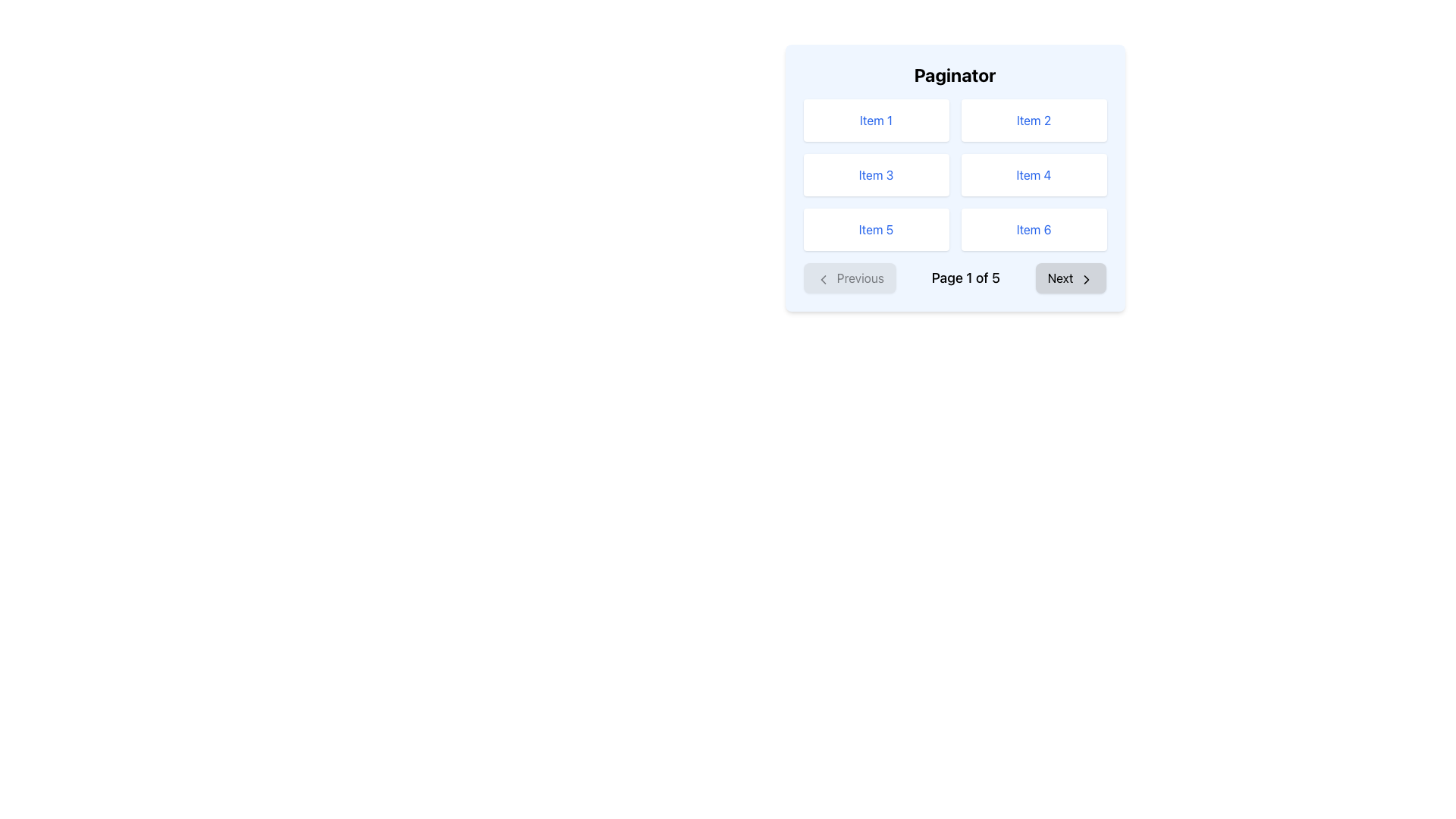  I want to click on the text label with blue text that reads 'Item 2', which is a rectangular box with rounded corners located in the top row, right column of a grid layout, so click(1033, 119).